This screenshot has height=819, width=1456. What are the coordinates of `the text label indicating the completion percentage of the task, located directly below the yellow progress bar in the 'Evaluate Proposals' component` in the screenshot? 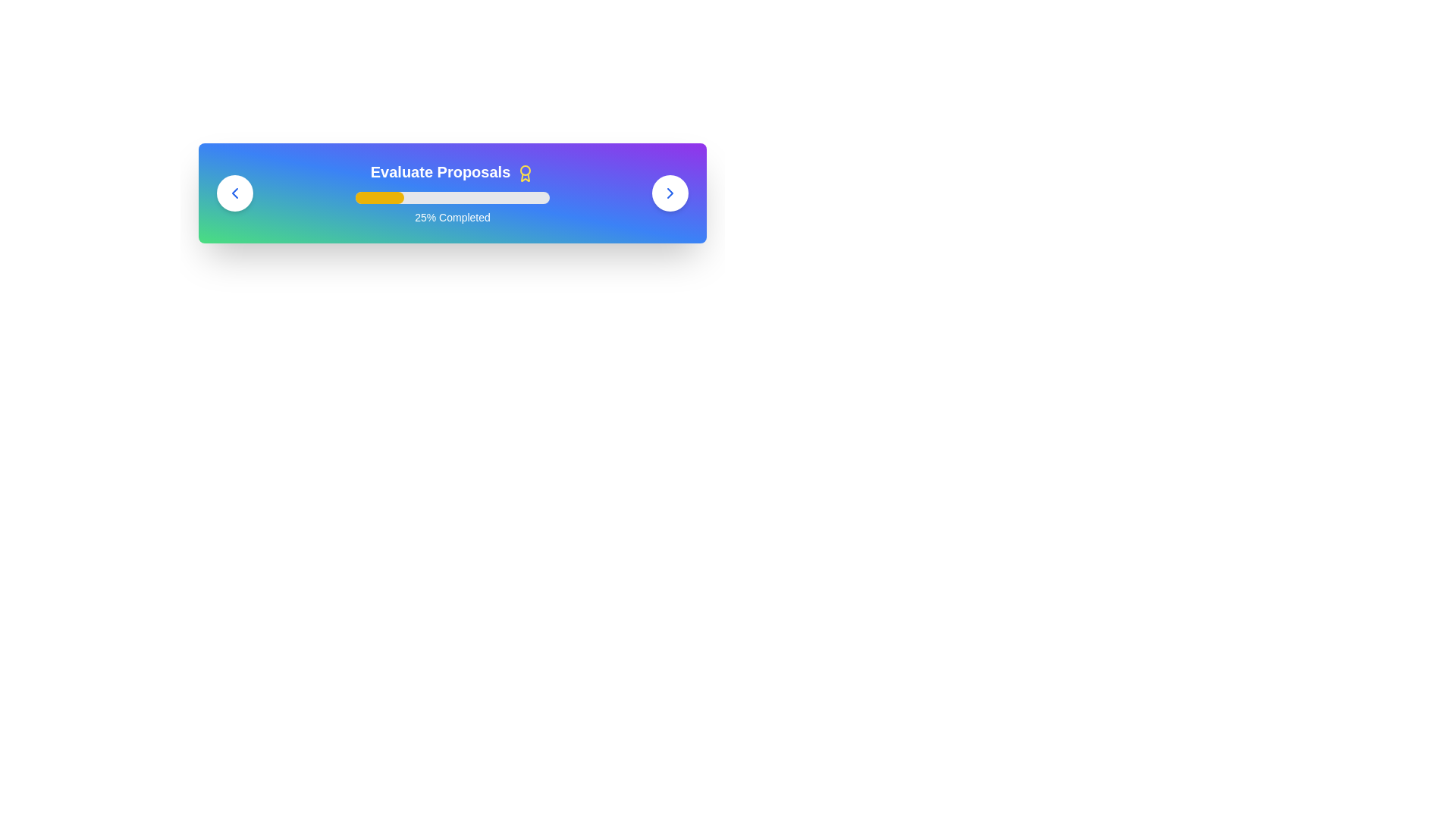 It's located at (451, 217).